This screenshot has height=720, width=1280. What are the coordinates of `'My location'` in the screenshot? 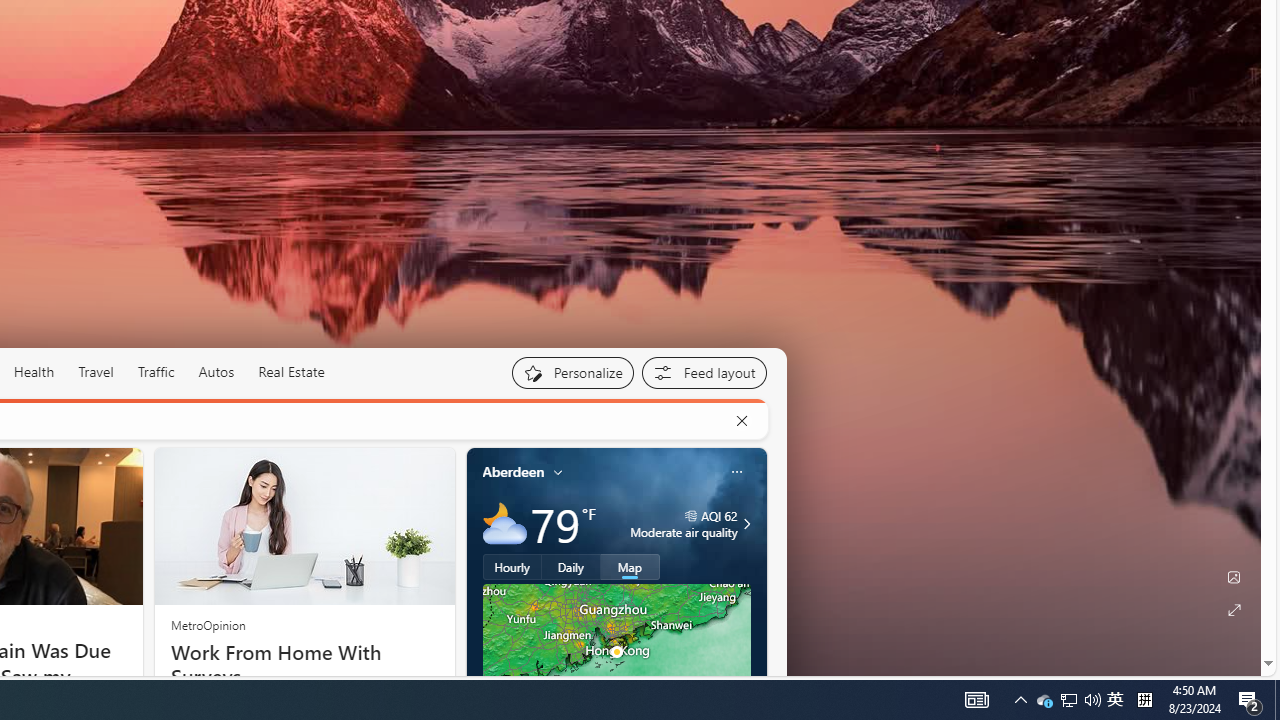 It's located at (558, 471).